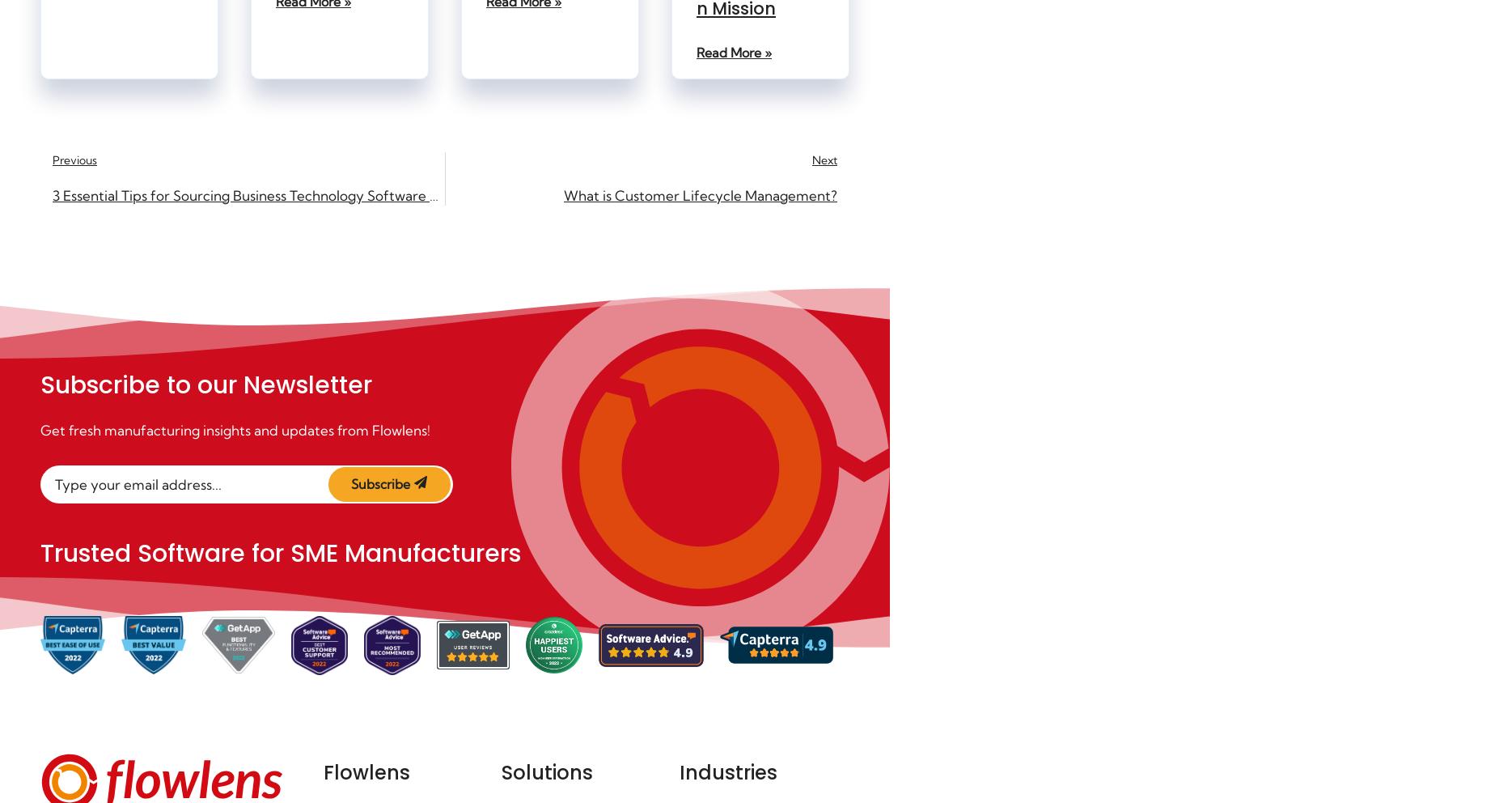 Image resolution: width=1512 pixels, height=803 pixels. What do you see at coordinates (700, 194) in the screenshot?
I see `'What is Customer Lifecycle Management?'` at bounding box center [700, 194].